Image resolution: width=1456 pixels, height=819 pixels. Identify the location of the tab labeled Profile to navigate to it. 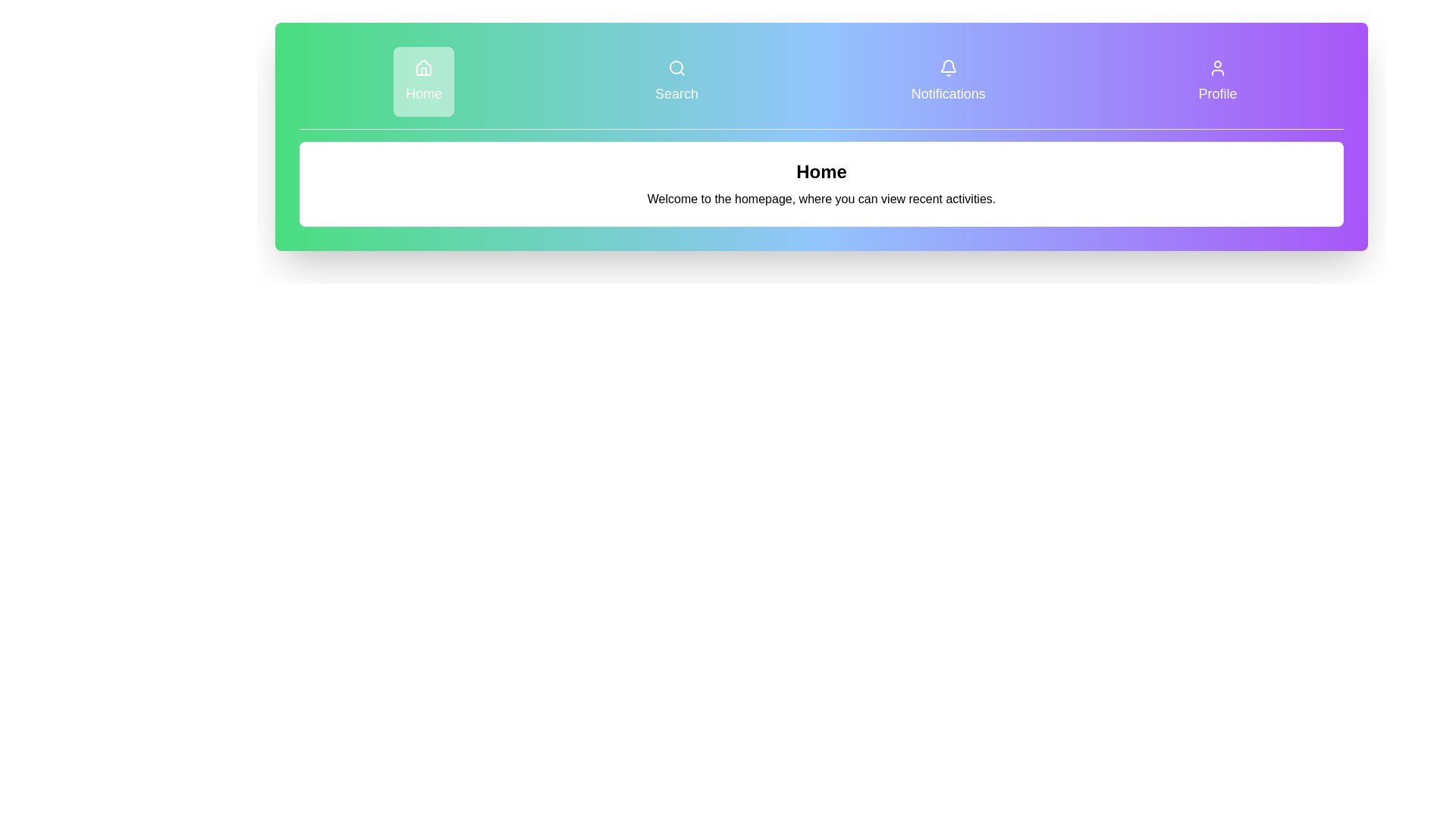
(1218, 82).